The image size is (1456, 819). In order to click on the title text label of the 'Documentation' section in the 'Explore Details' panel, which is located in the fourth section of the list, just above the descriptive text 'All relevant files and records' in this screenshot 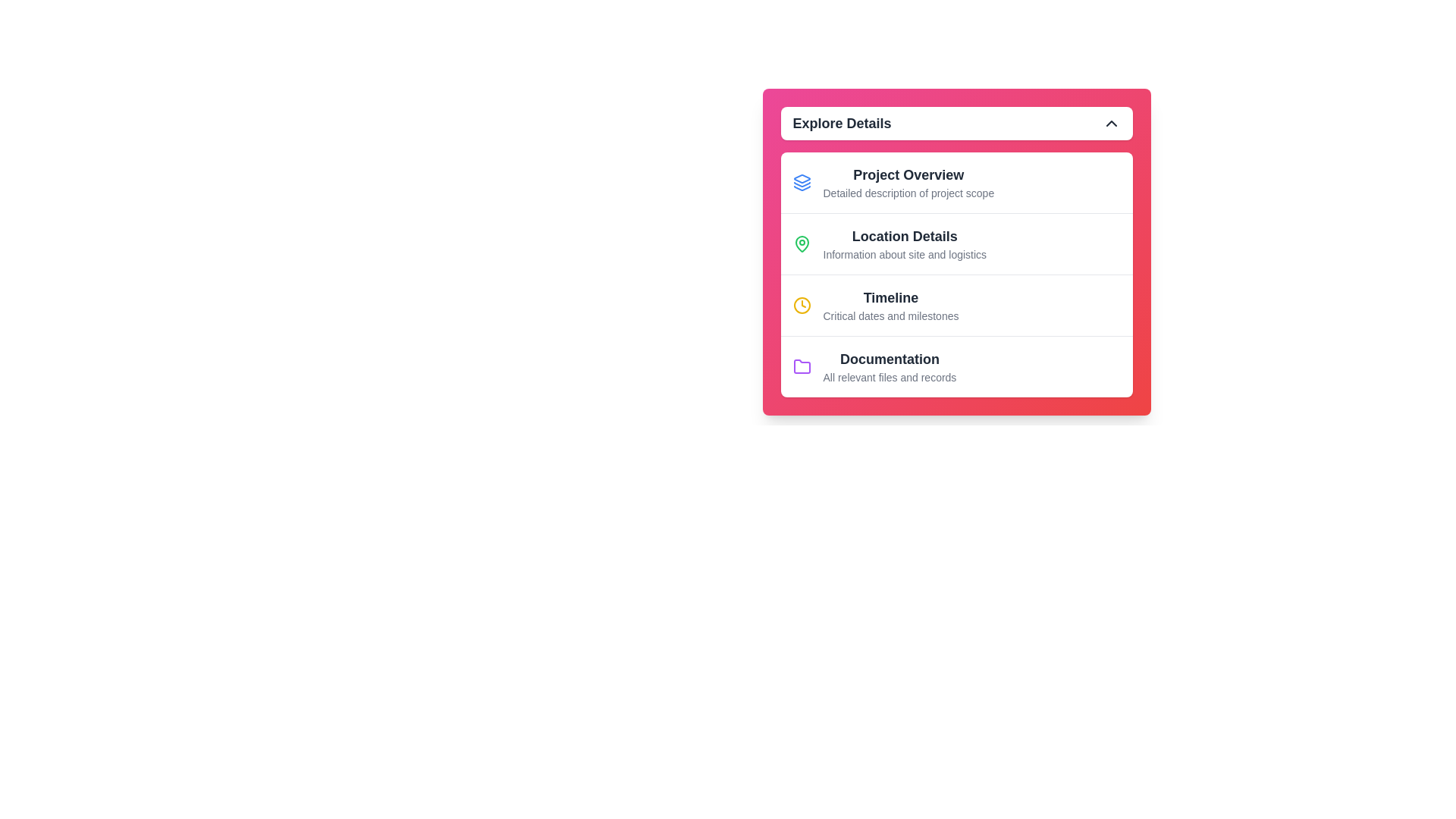, I will do `click(890, 359)`.